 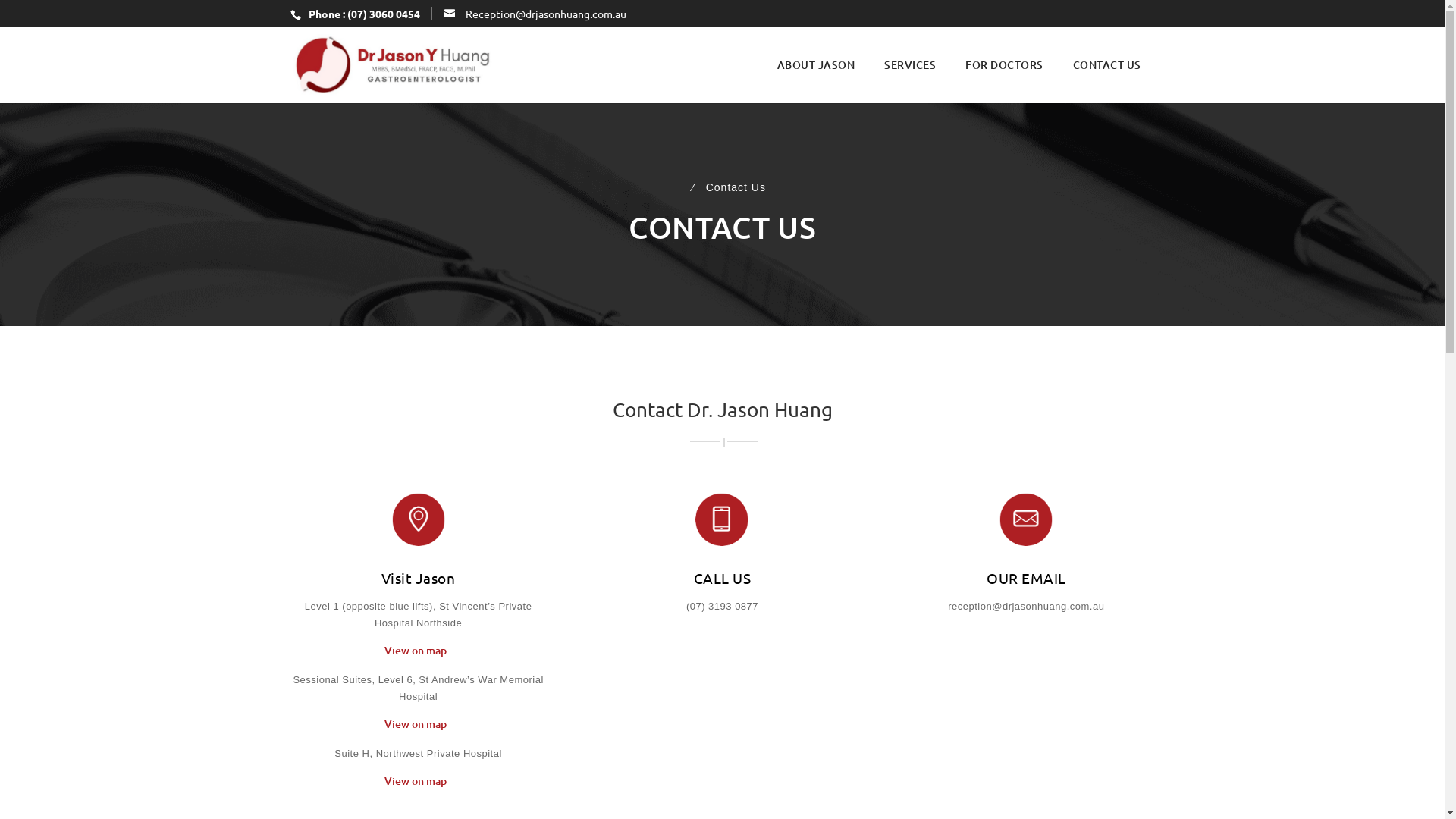 I want to click on 'icon2', so click(x=720, y=519).